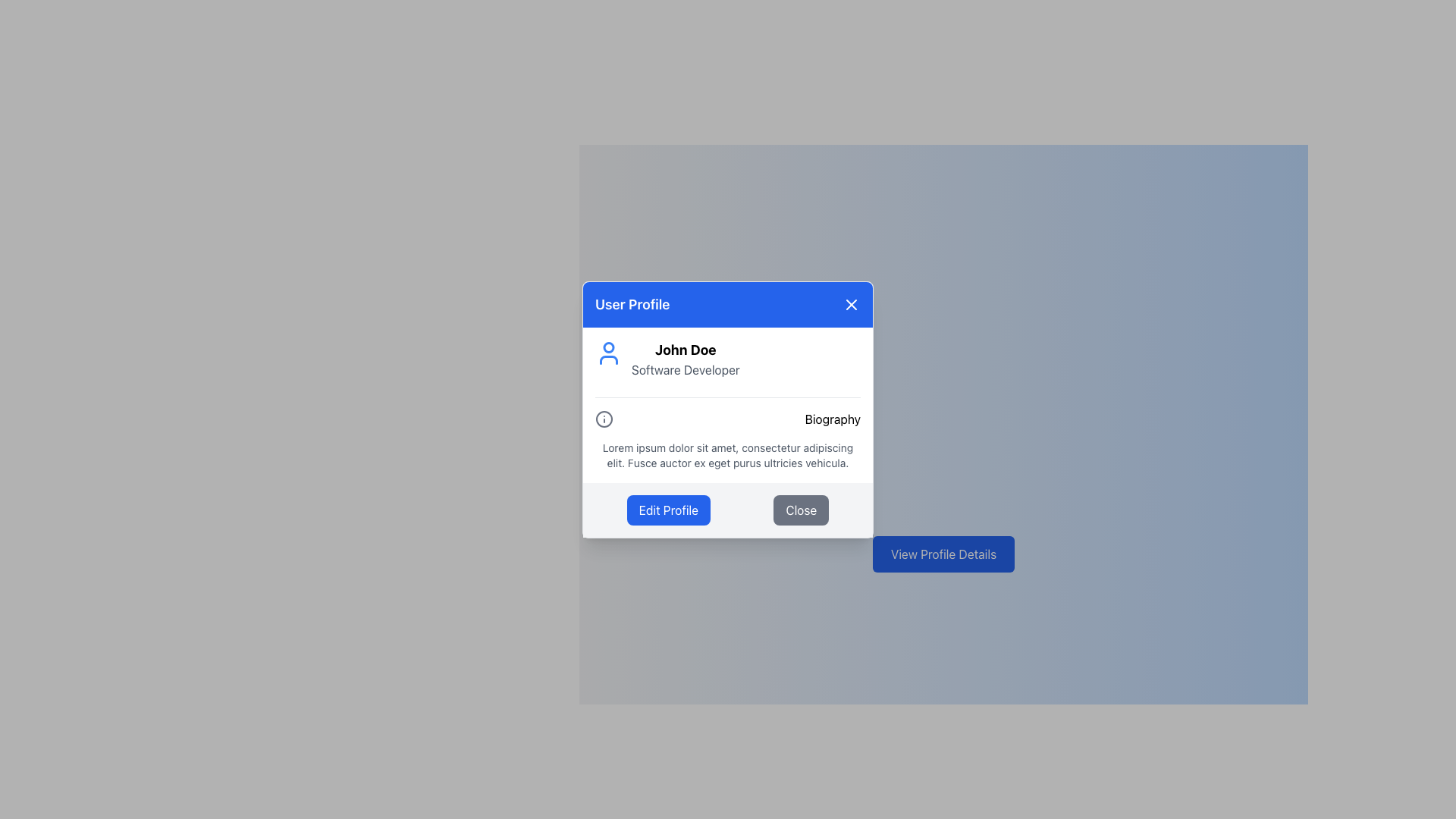 This screenshot has height=819, width=1456. I want to click on the rounded rectangular button with a blue background and white text 'View Profile Details' to trigger the hover effect, so click(943, 554).